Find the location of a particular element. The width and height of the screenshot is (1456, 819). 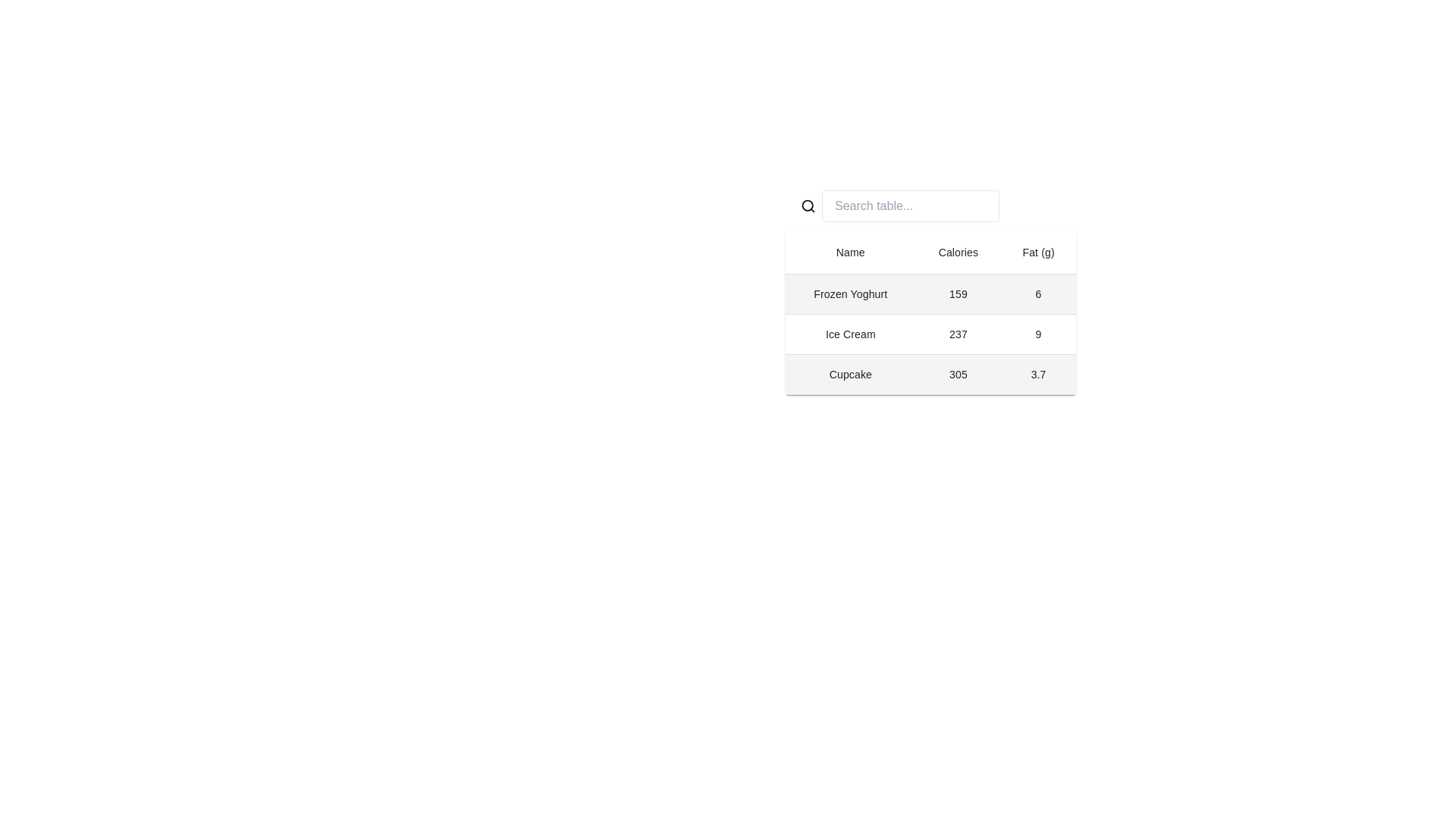

the third cell in the last row of the table that indicates the fat content in grams for the 'Cupcake' item is located at coordinates (1037, 374).